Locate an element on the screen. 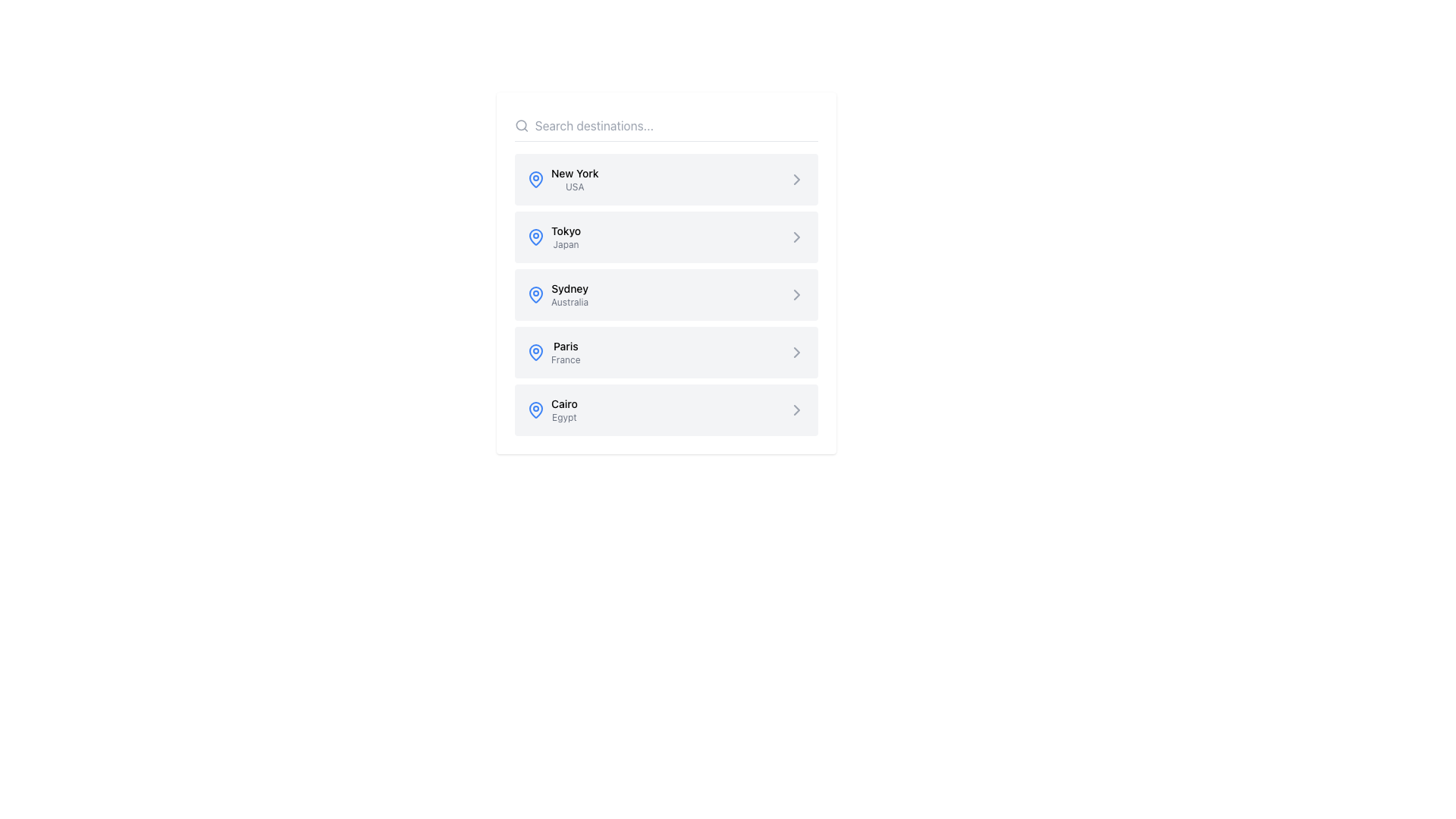 This screenshot has height=819, width=1456. the text label reading 'France' which is displayed in light gray font beneath the 'Paris' label in the destination selection list is located at coordinates (565, 359).